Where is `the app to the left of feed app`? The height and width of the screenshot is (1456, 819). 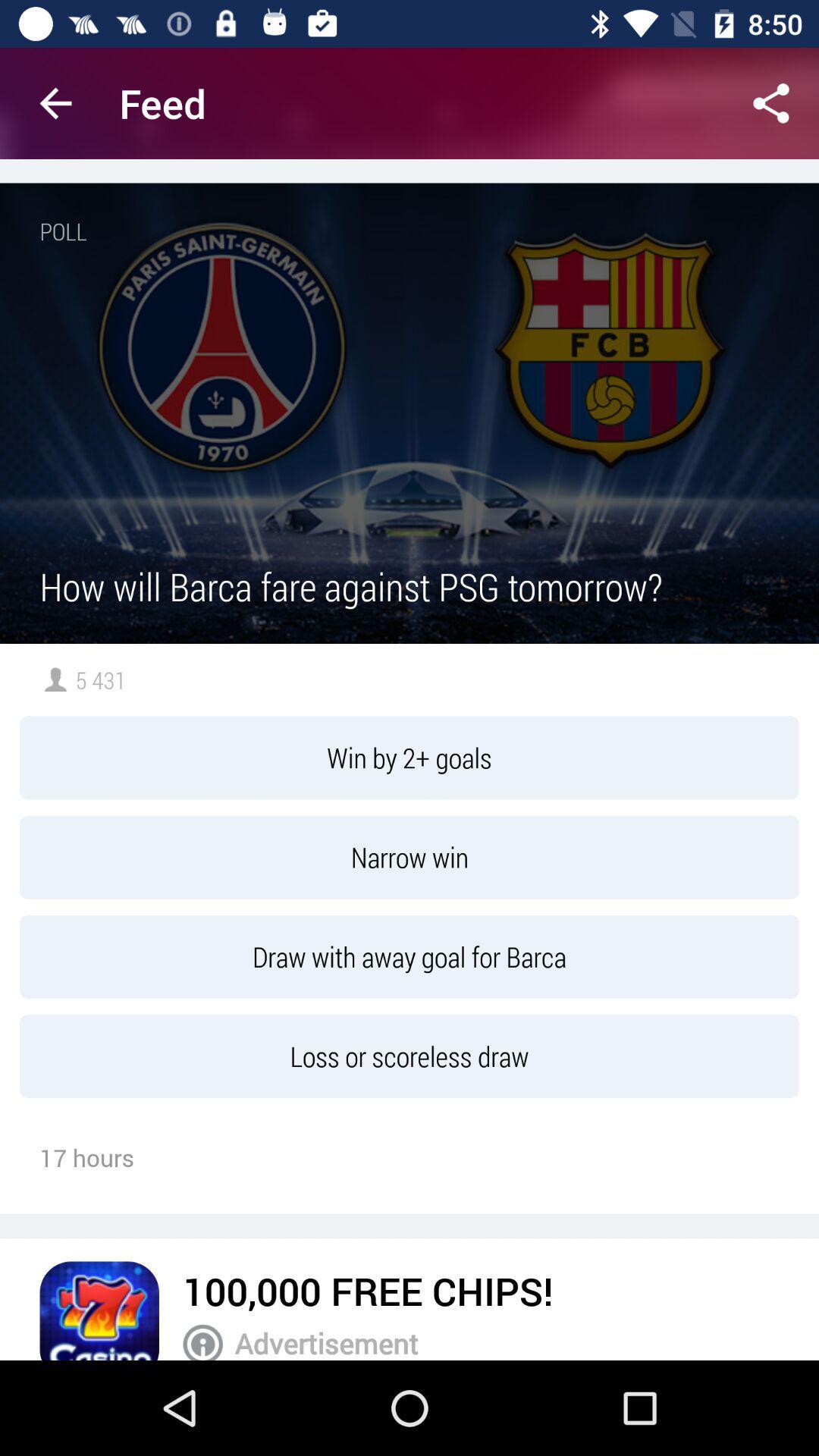
the app to the left of feed app is located at coordinates (55, 102).